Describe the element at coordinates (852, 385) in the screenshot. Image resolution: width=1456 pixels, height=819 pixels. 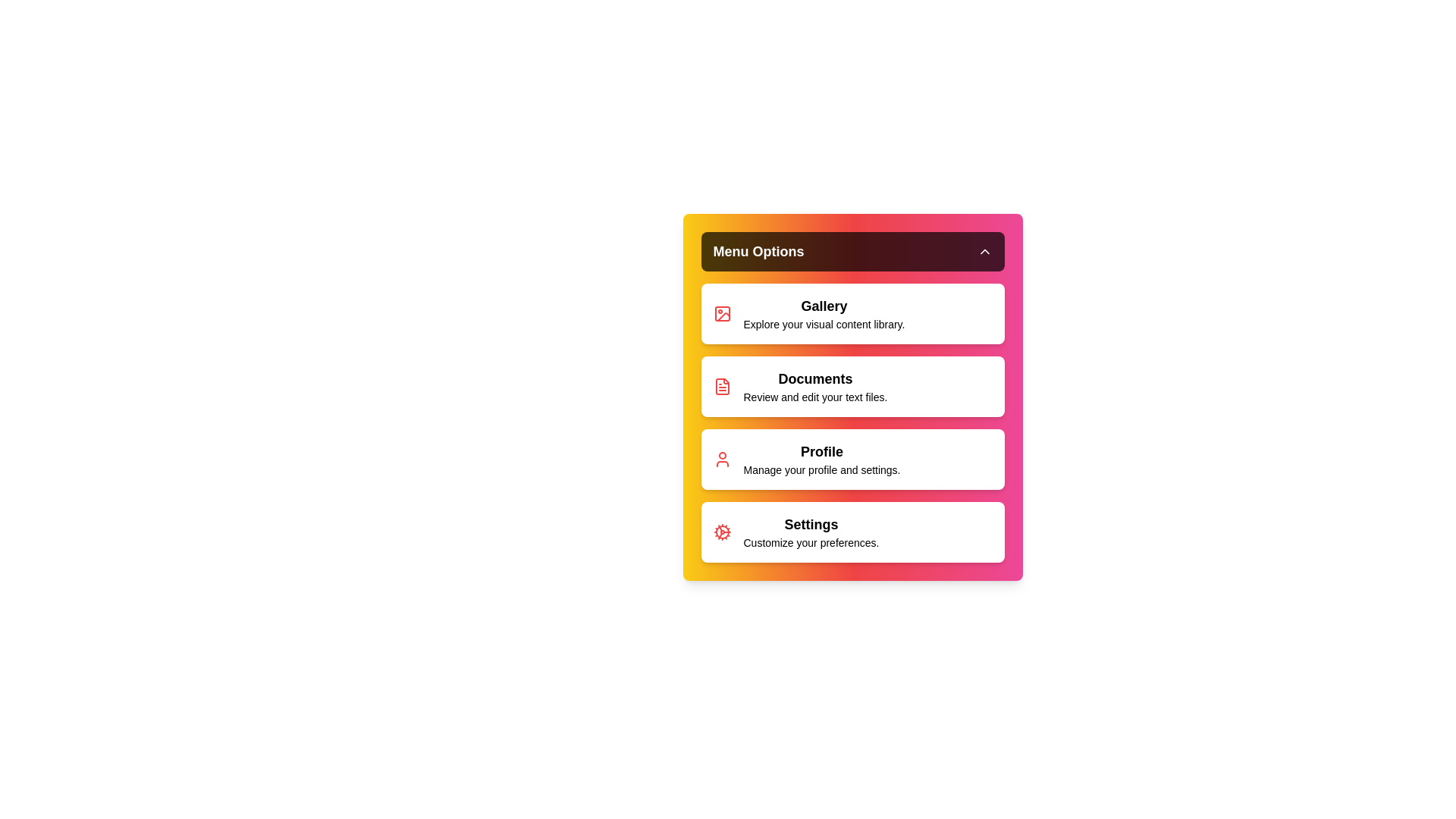
I see `the menu item Documents to select it` at that location.